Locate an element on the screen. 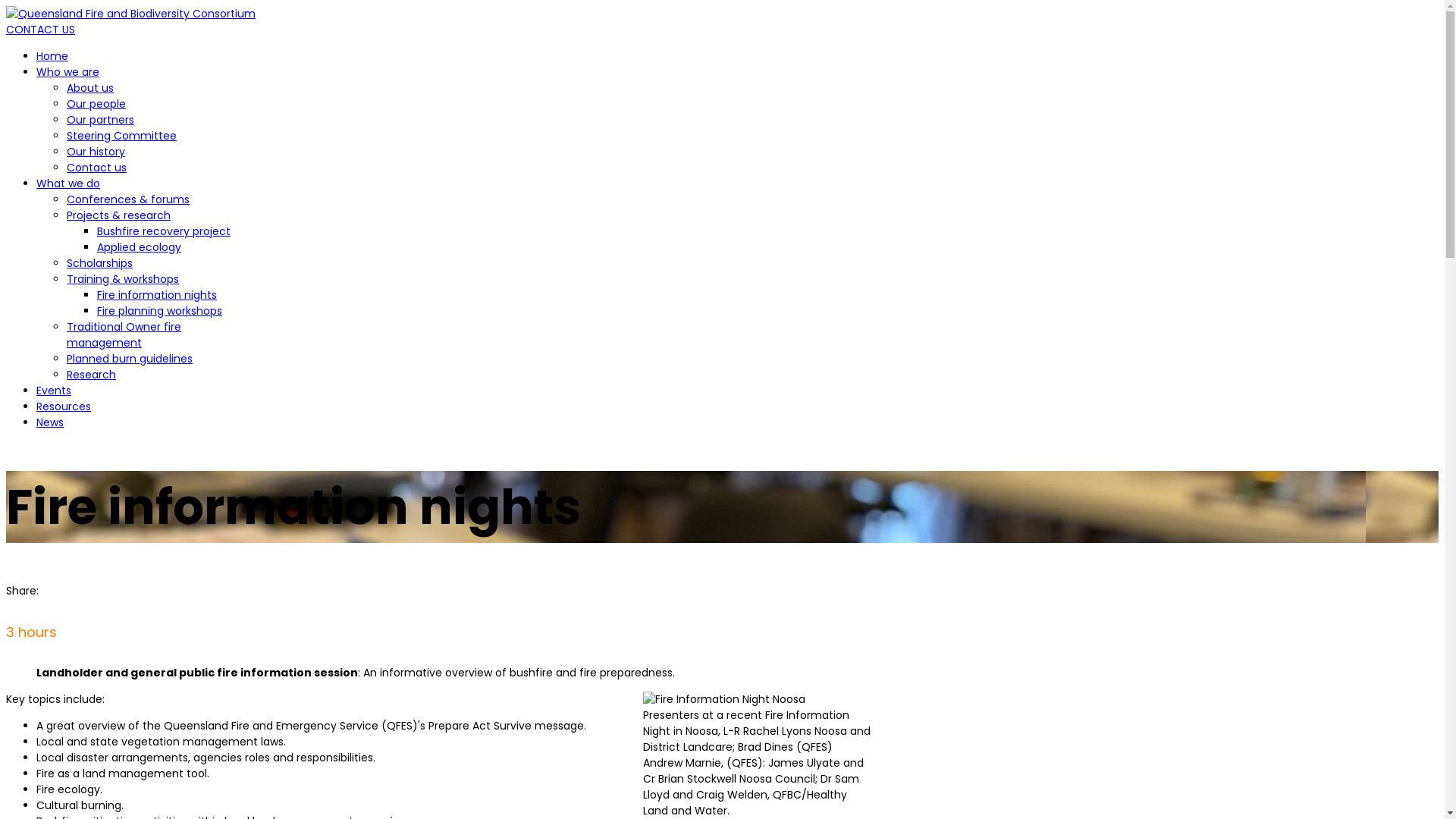 The height and width of the screenshot is (819, 1456). 'Planned burn guidelines' is located at coordinates (65, 359).